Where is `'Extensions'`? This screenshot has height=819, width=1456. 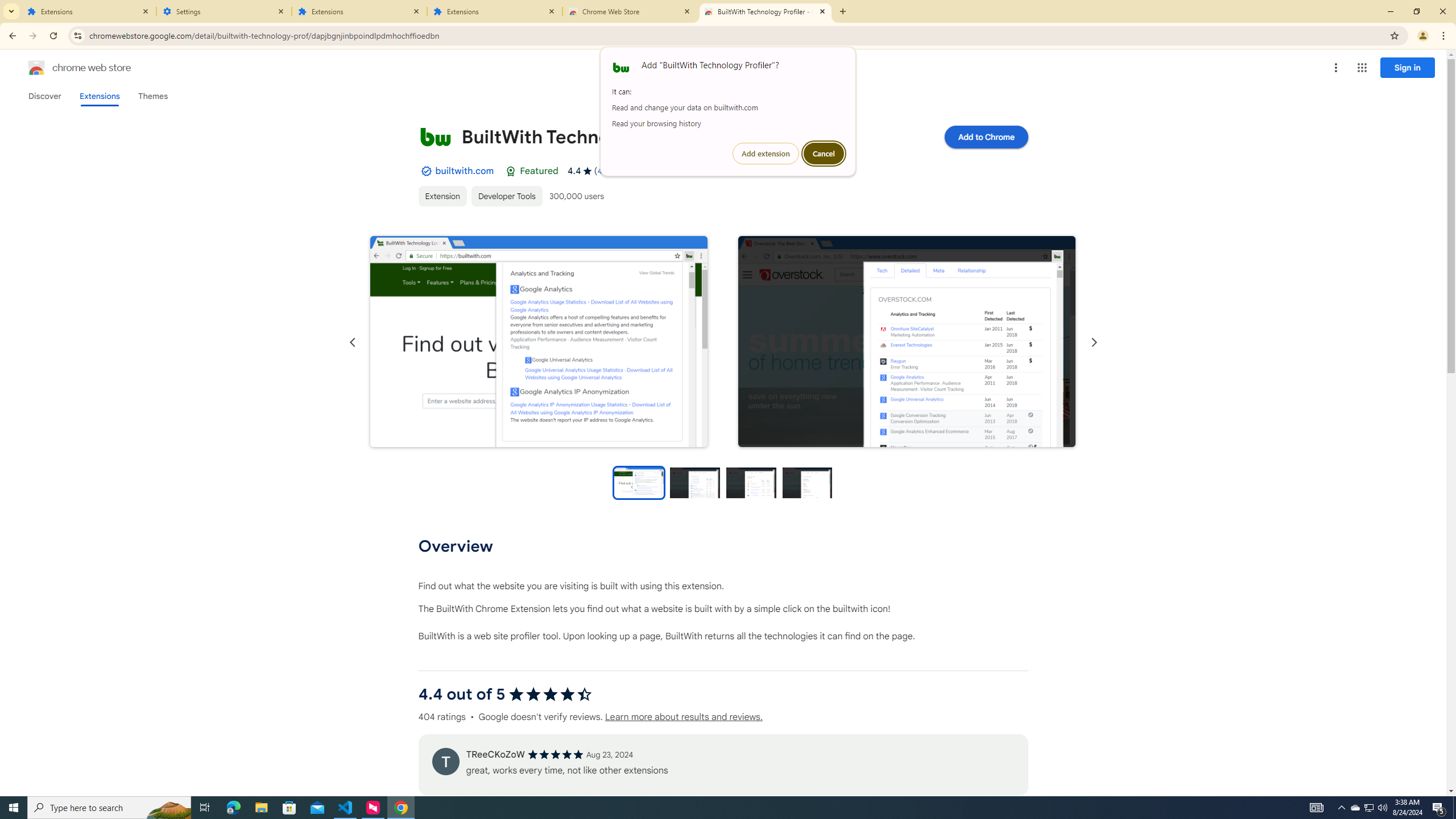
'Extensions' is located at coordinates (88, 11).